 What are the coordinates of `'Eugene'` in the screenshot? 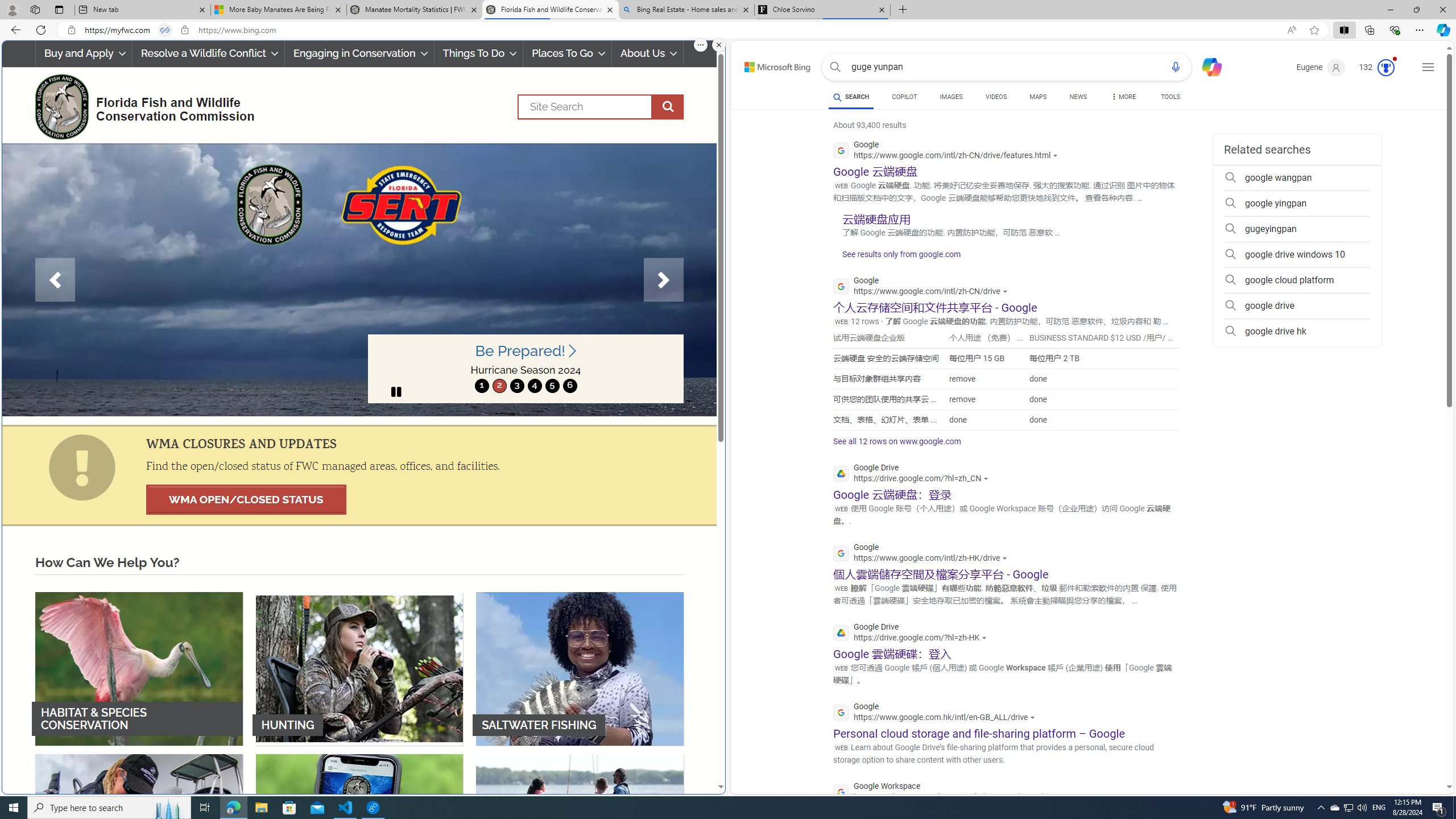 It's located at (1319, 67).